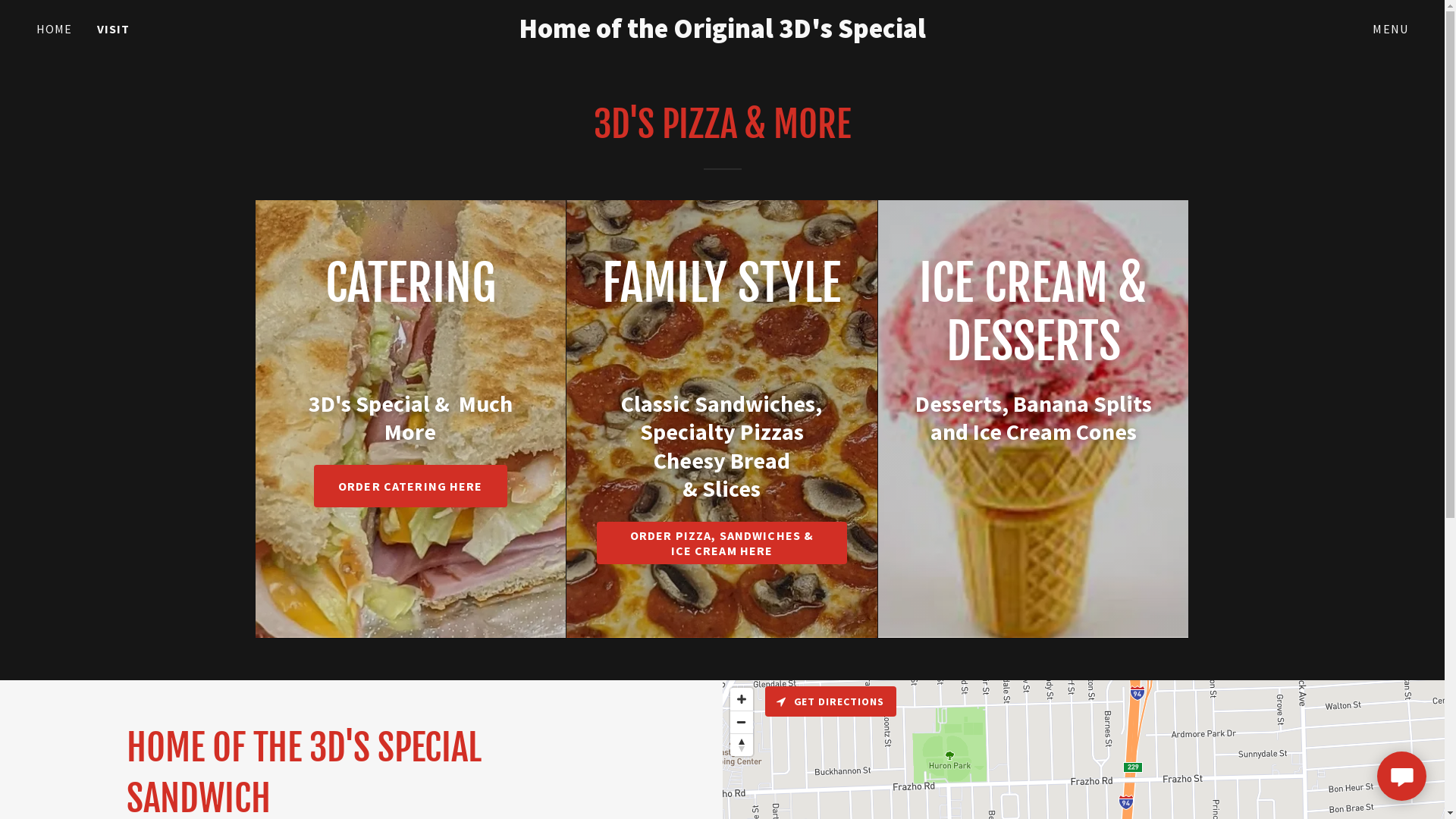  I want to click on 'Zoom in', so click(729, 698).